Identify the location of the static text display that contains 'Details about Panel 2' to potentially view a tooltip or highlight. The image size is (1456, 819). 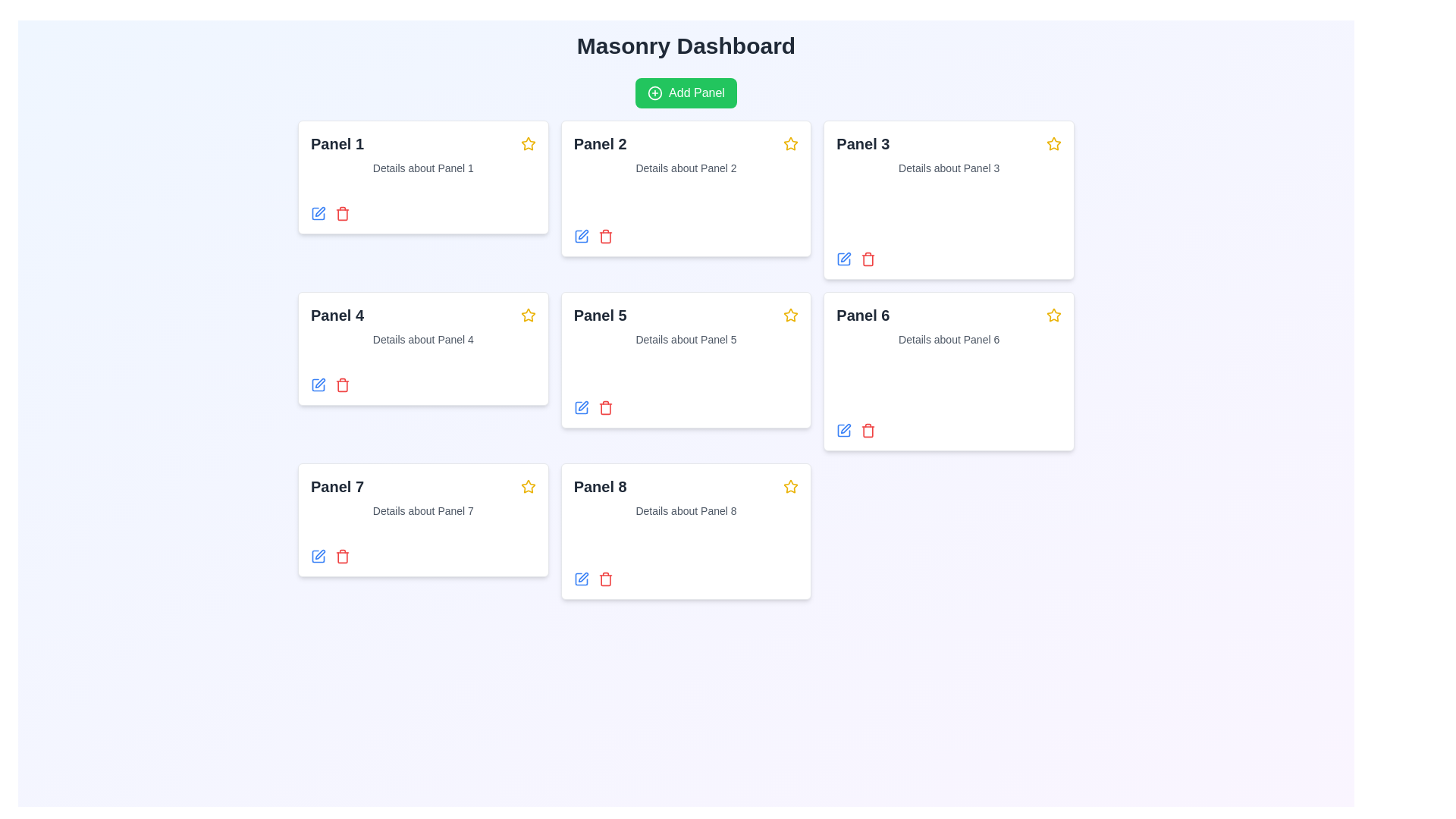
(685, 168).